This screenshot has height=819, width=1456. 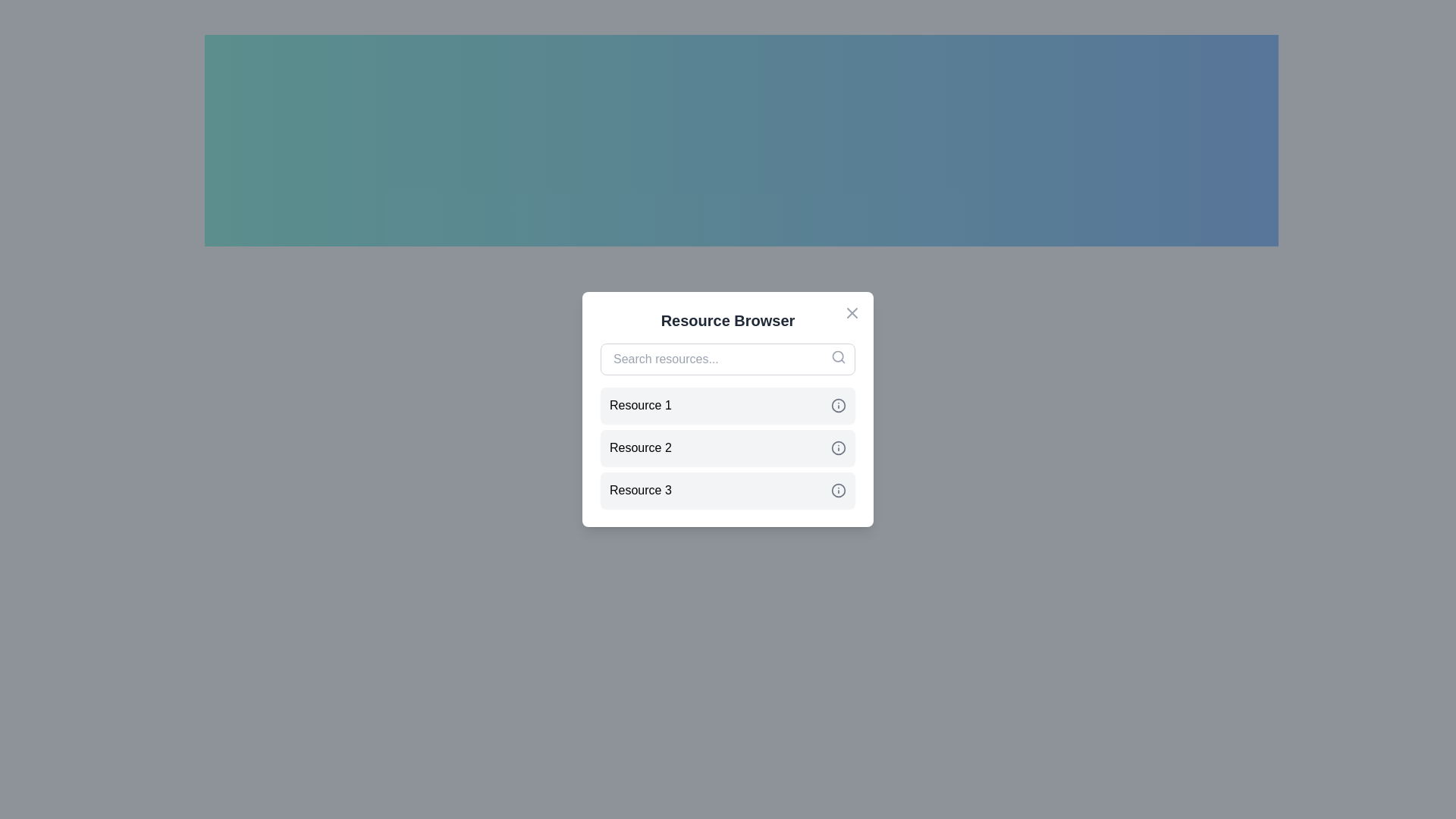 I want to click on the static text label 'Resource 2' which is the second entry in the vertical list within the 'Resource Browser' modal, so click(x=640, y=447).